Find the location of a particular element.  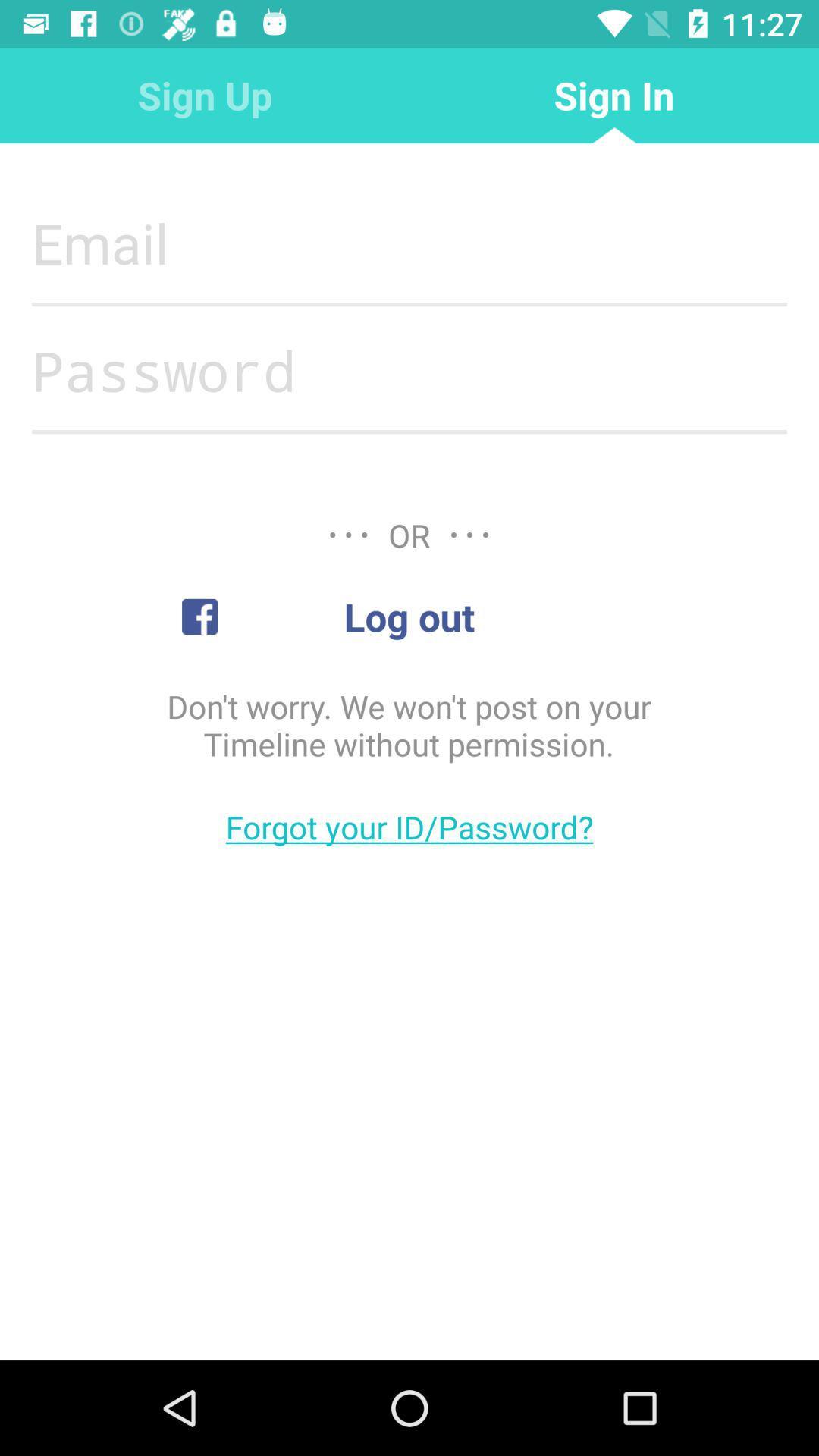

the email field below sign up is located at coordinates (409, 243).